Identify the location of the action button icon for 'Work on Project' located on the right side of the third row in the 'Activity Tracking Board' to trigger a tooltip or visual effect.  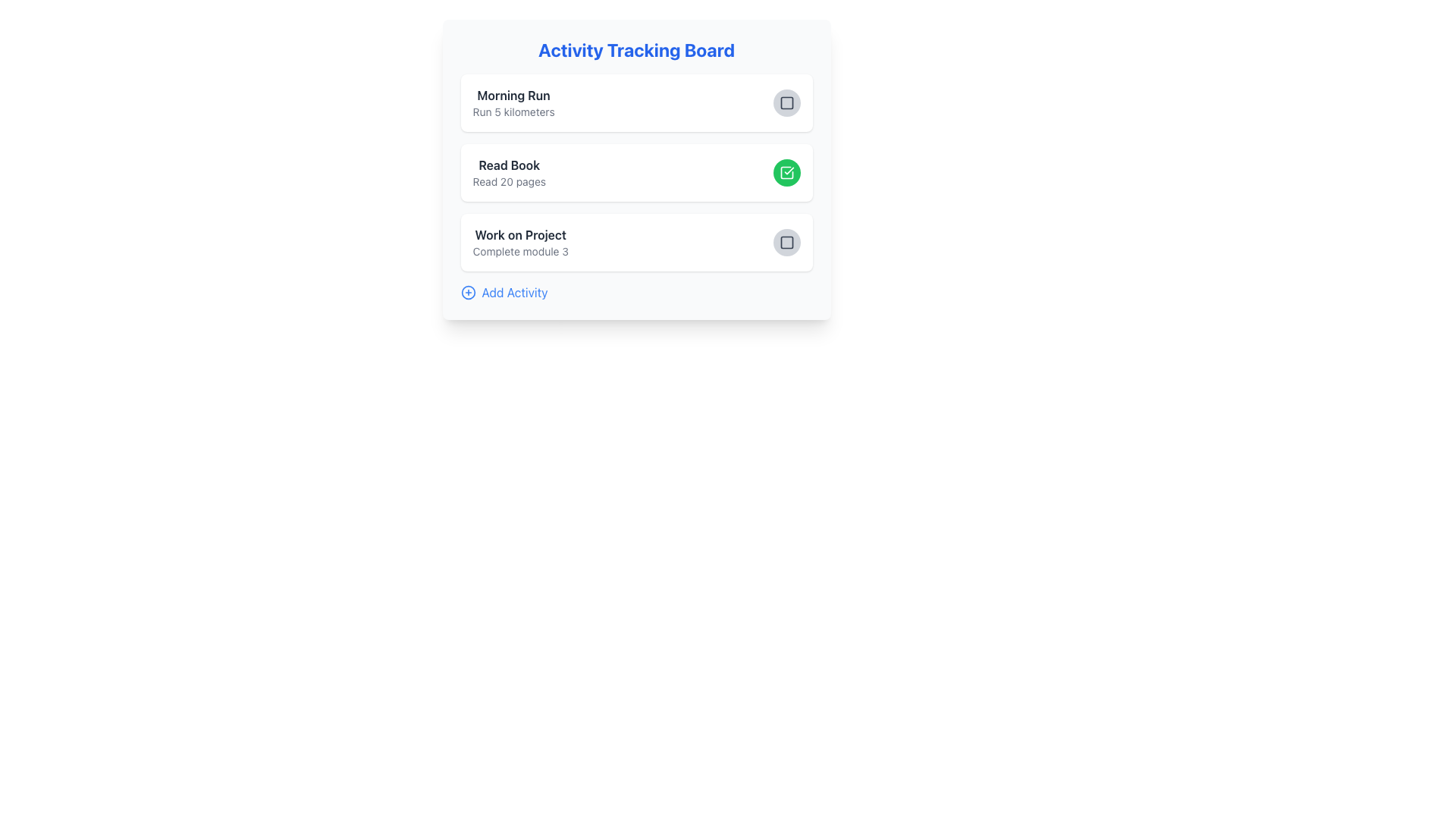
(786, 242).